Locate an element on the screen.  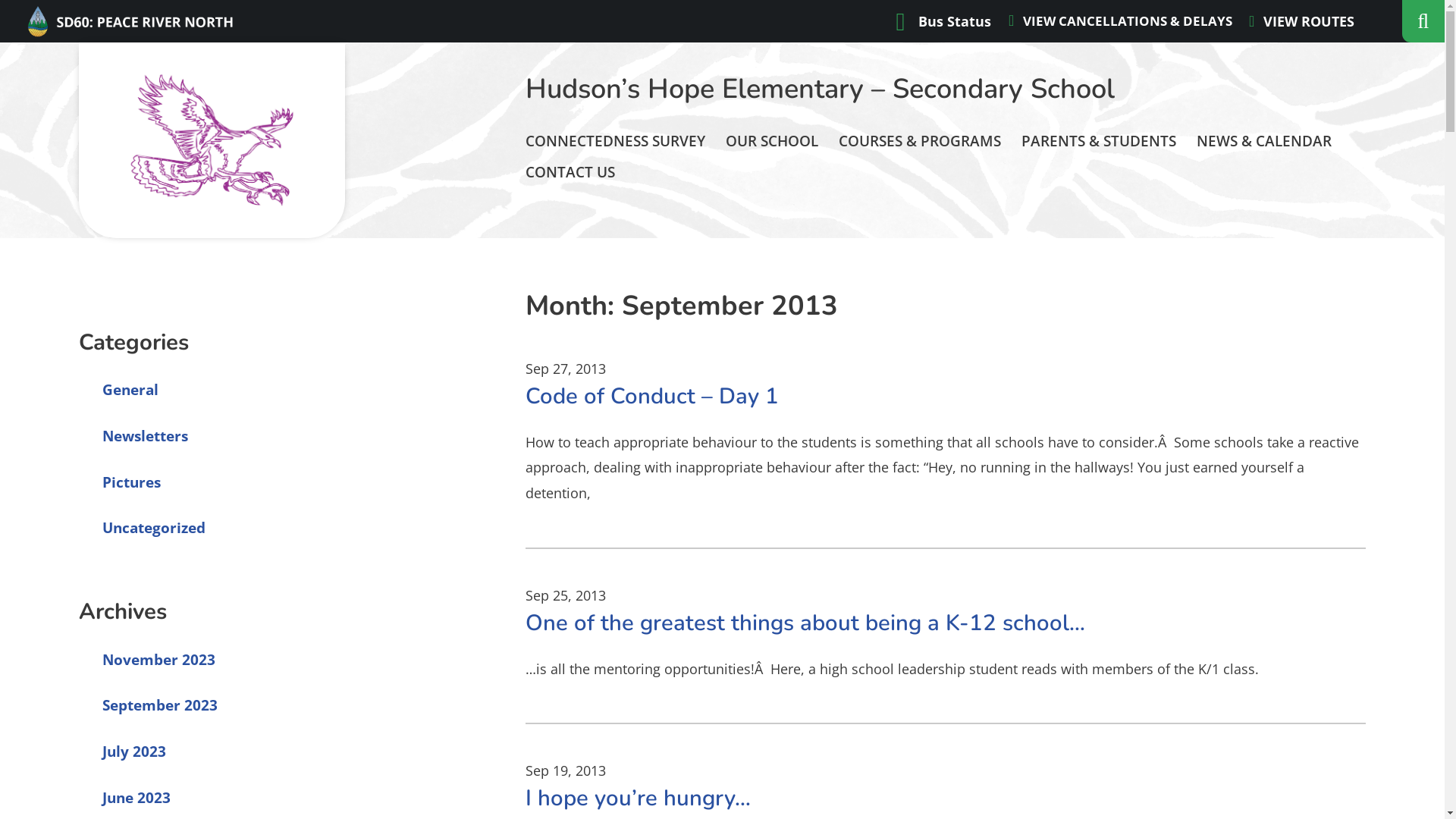
'PARENTS & STUDENTS' is located at coordinates (1099, 141).